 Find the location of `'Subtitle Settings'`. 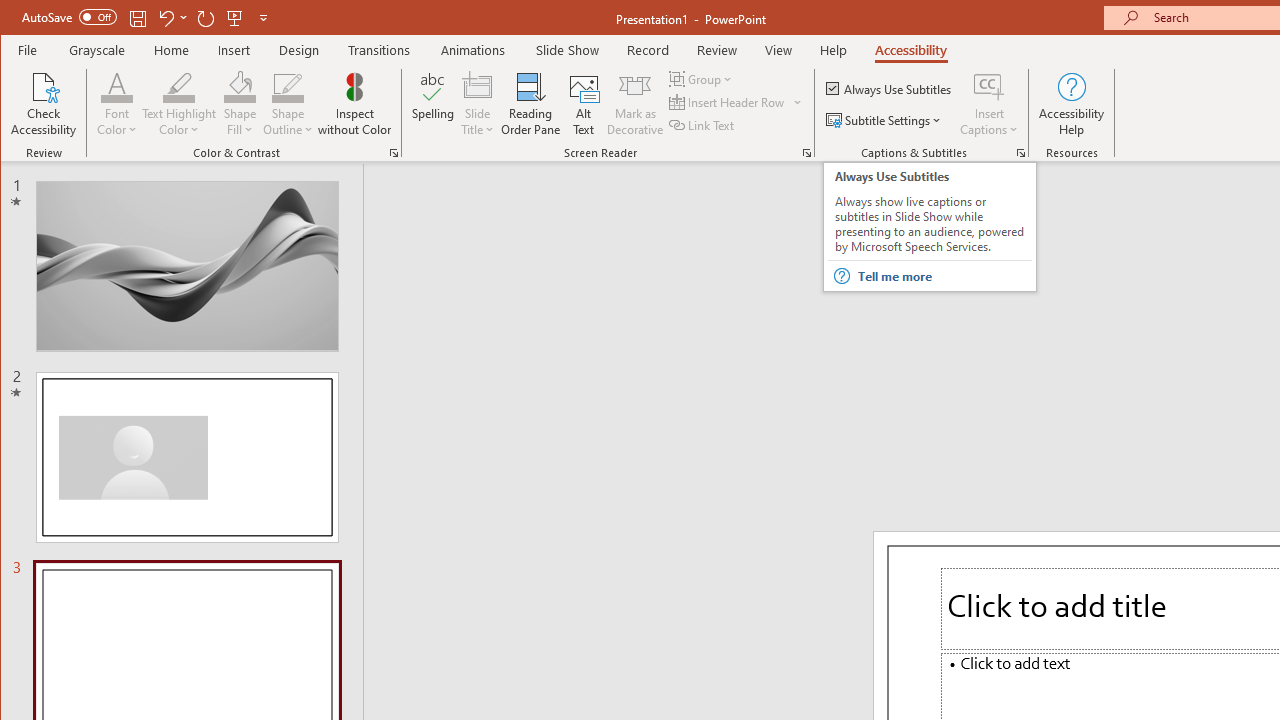

'Subtitle Settings' is located at coordinates (884, 120).